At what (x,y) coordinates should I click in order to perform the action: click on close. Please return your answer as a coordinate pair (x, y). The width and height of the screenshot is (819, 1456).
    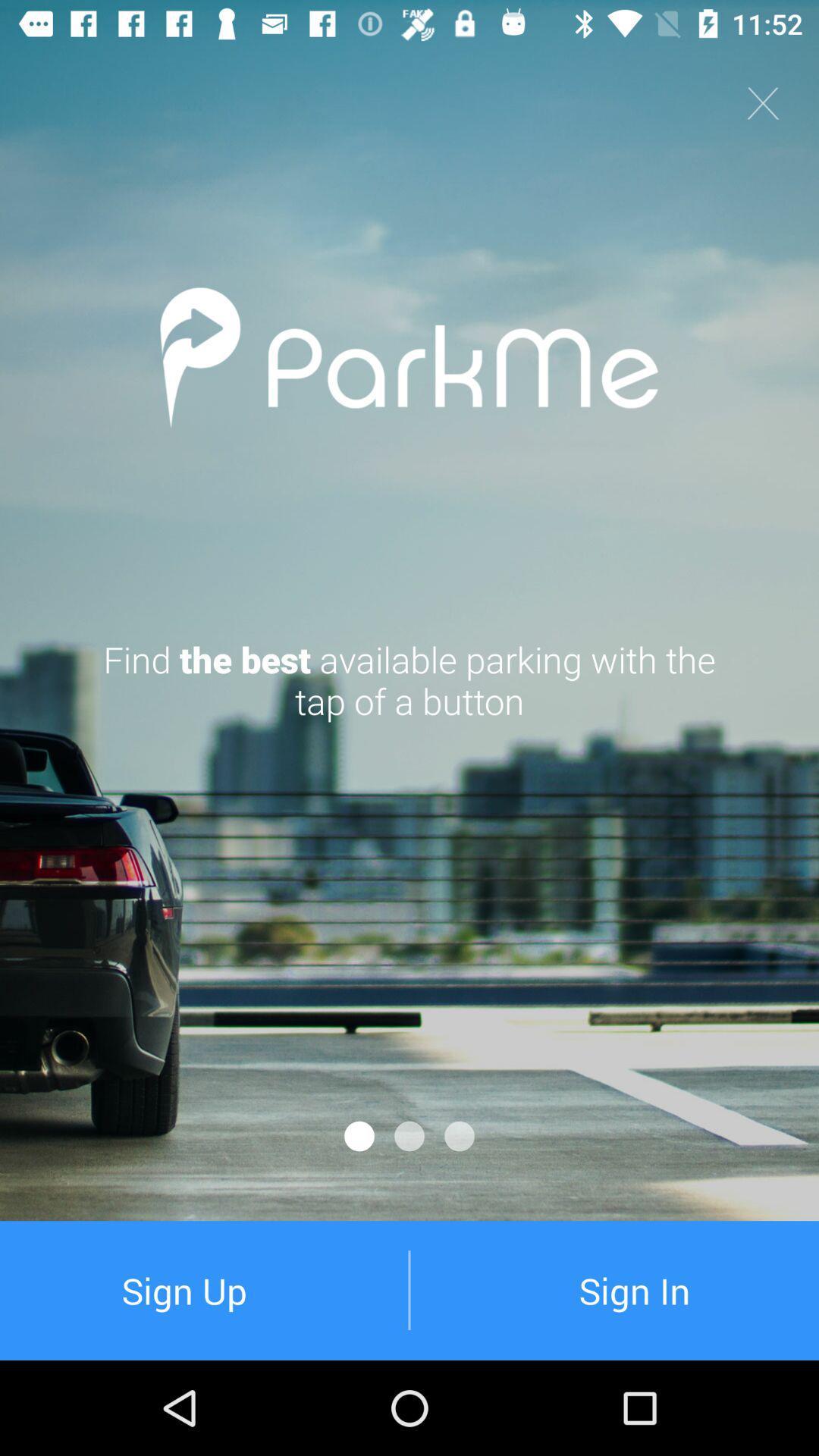
    Looking at the image, I should click on (763, 102).